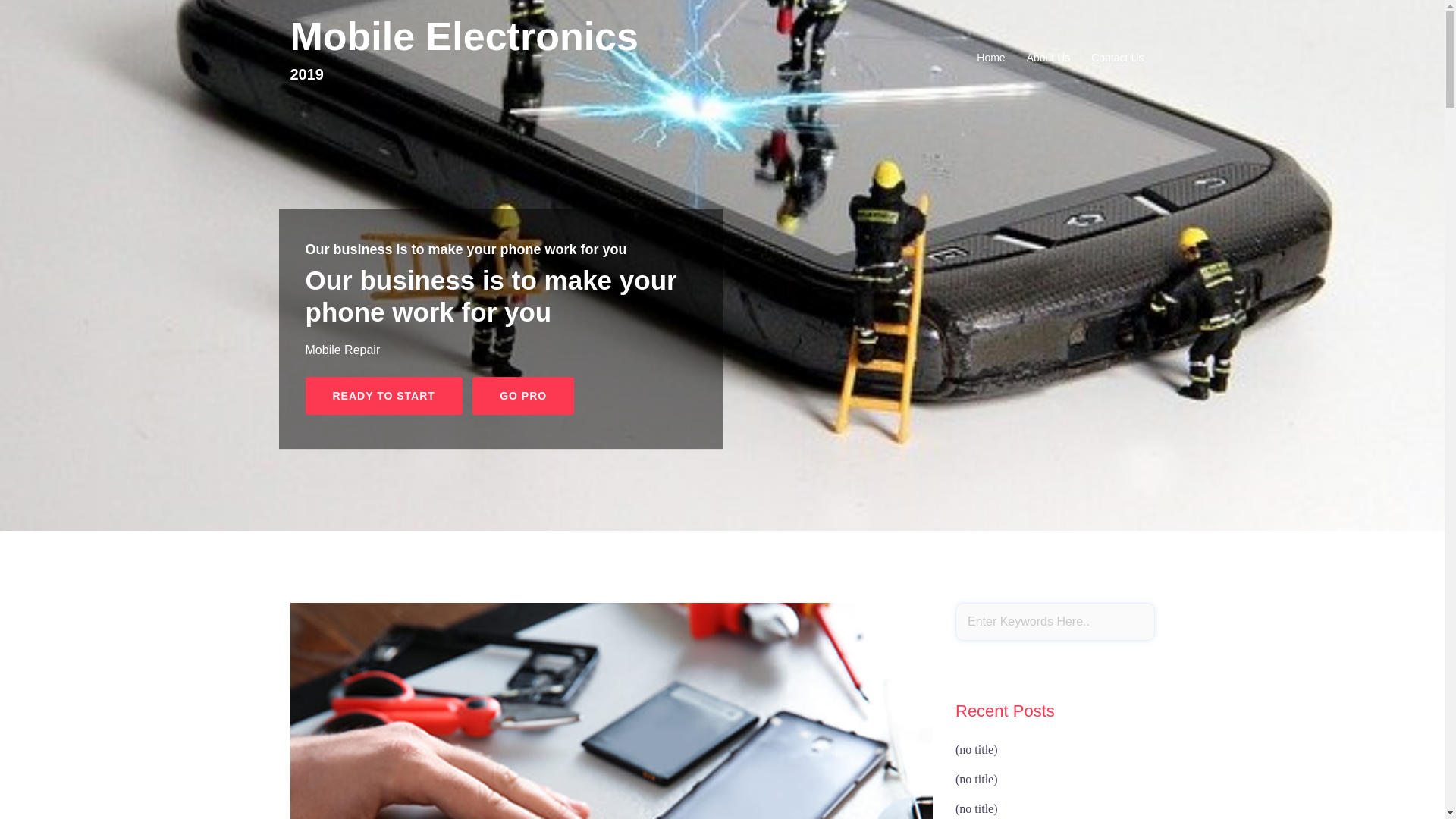  I want to click on '(no title)', so click(976, 748).